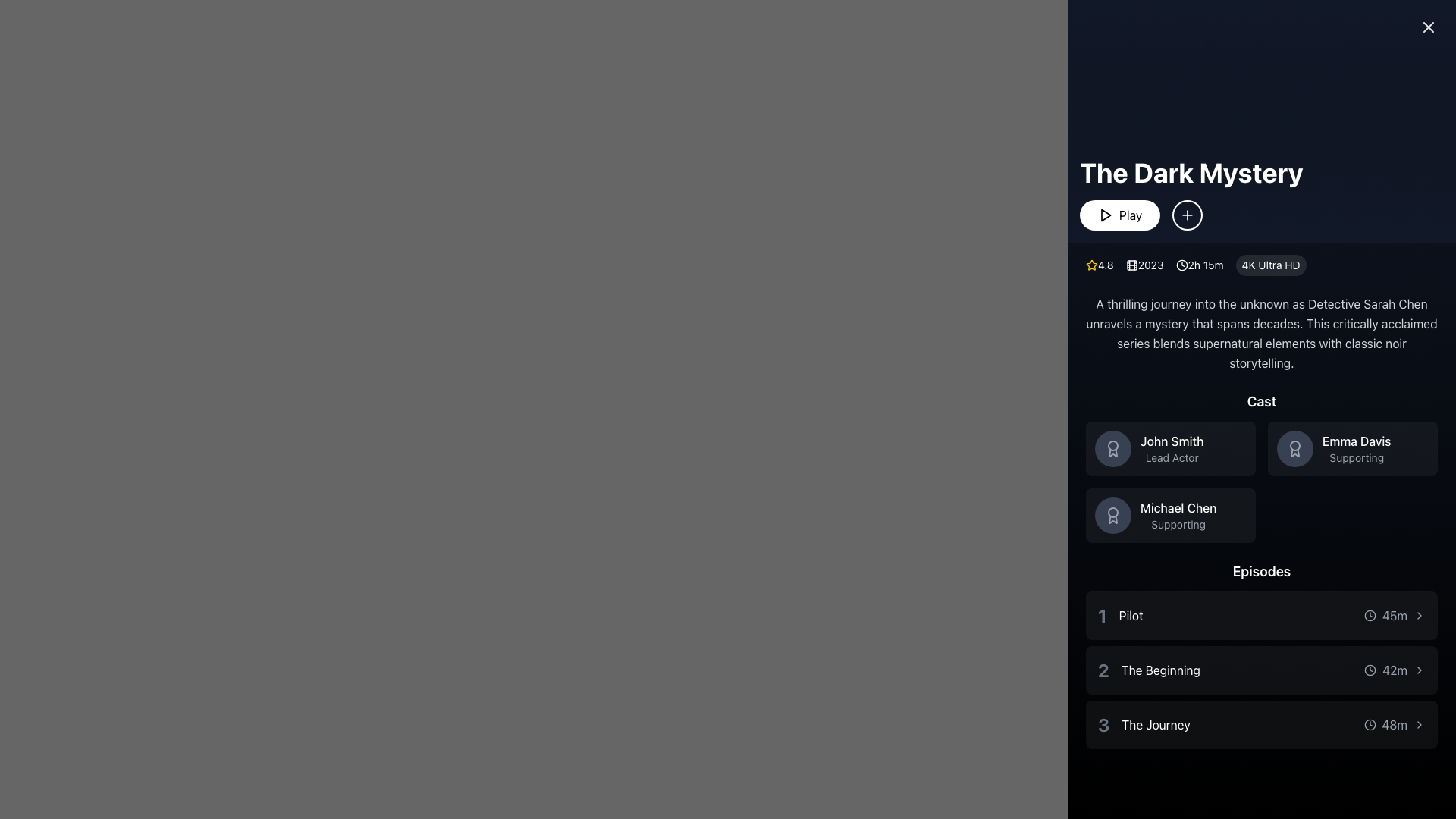  What do you see at coordinates (1113, 514) in the screenshot?
I see `the circular badge-like icon with decorative lines and a ribbon-like design located in the 'Cast' section under the name 'Michael Chen'` at bounding box center [1113, 514].